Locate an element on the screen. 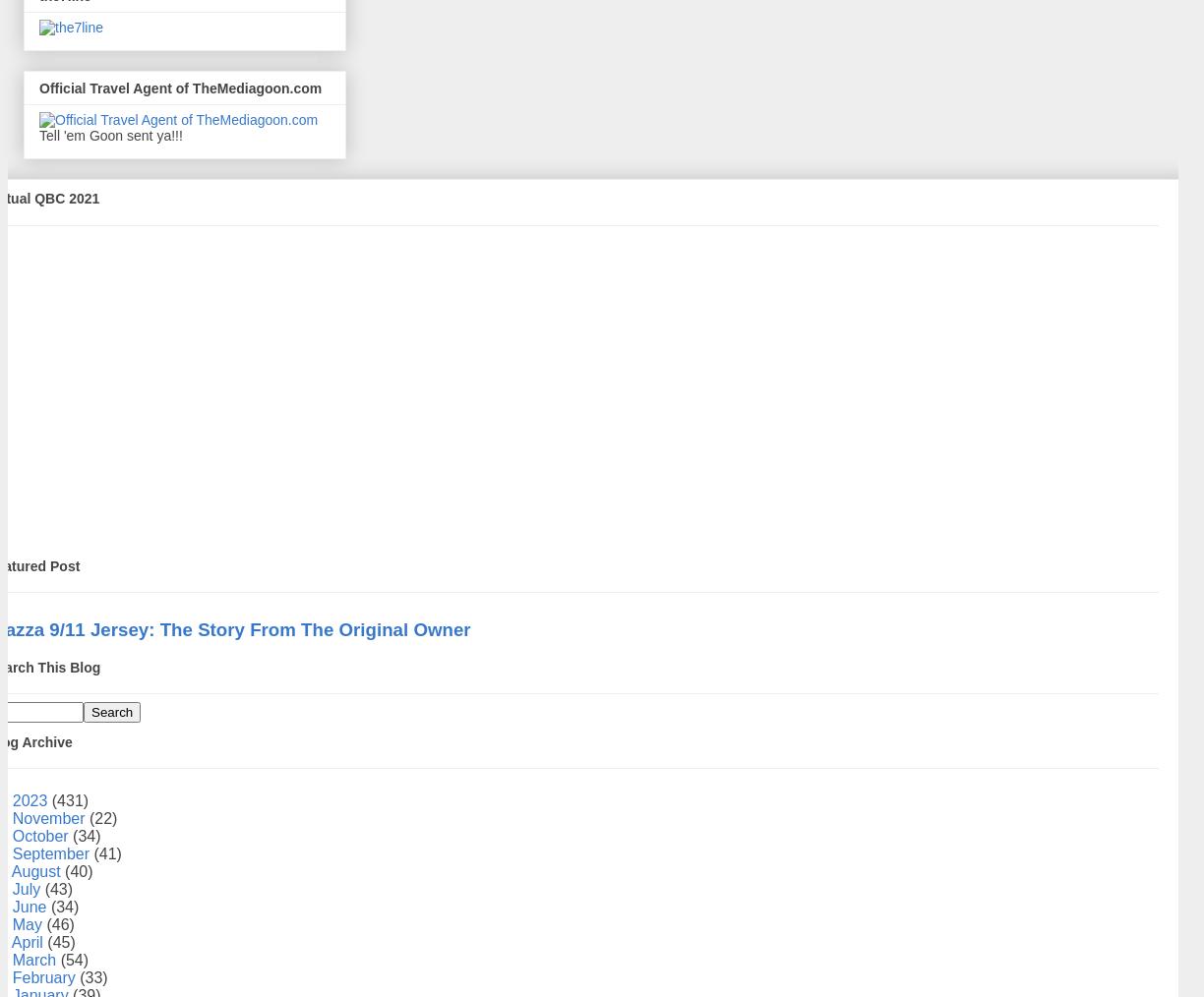  'March' is located at coordinates (35, 959).